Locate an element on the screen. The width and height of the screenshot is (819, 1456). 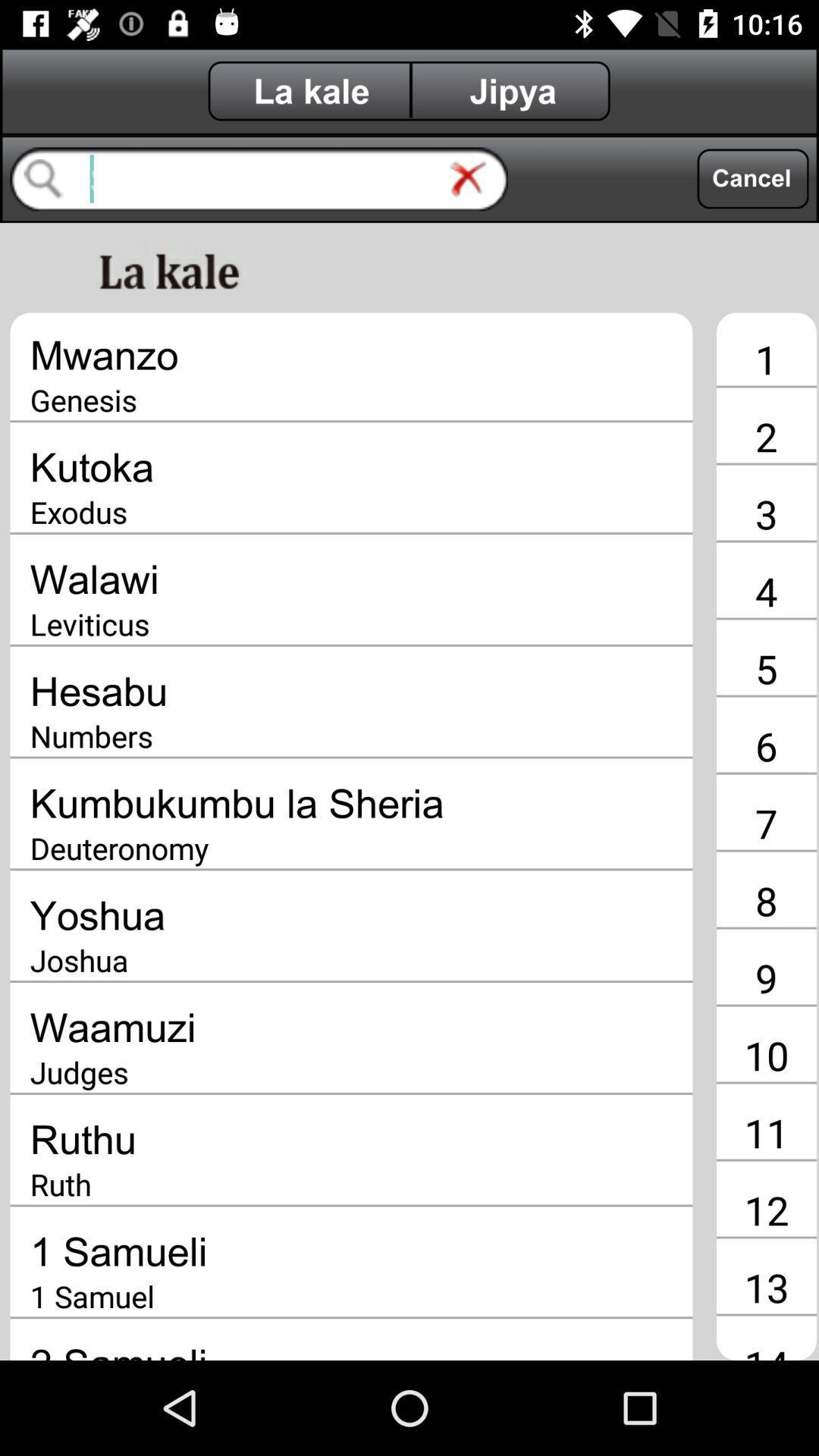
the 11 icon is located at coordinates (766, 1132).